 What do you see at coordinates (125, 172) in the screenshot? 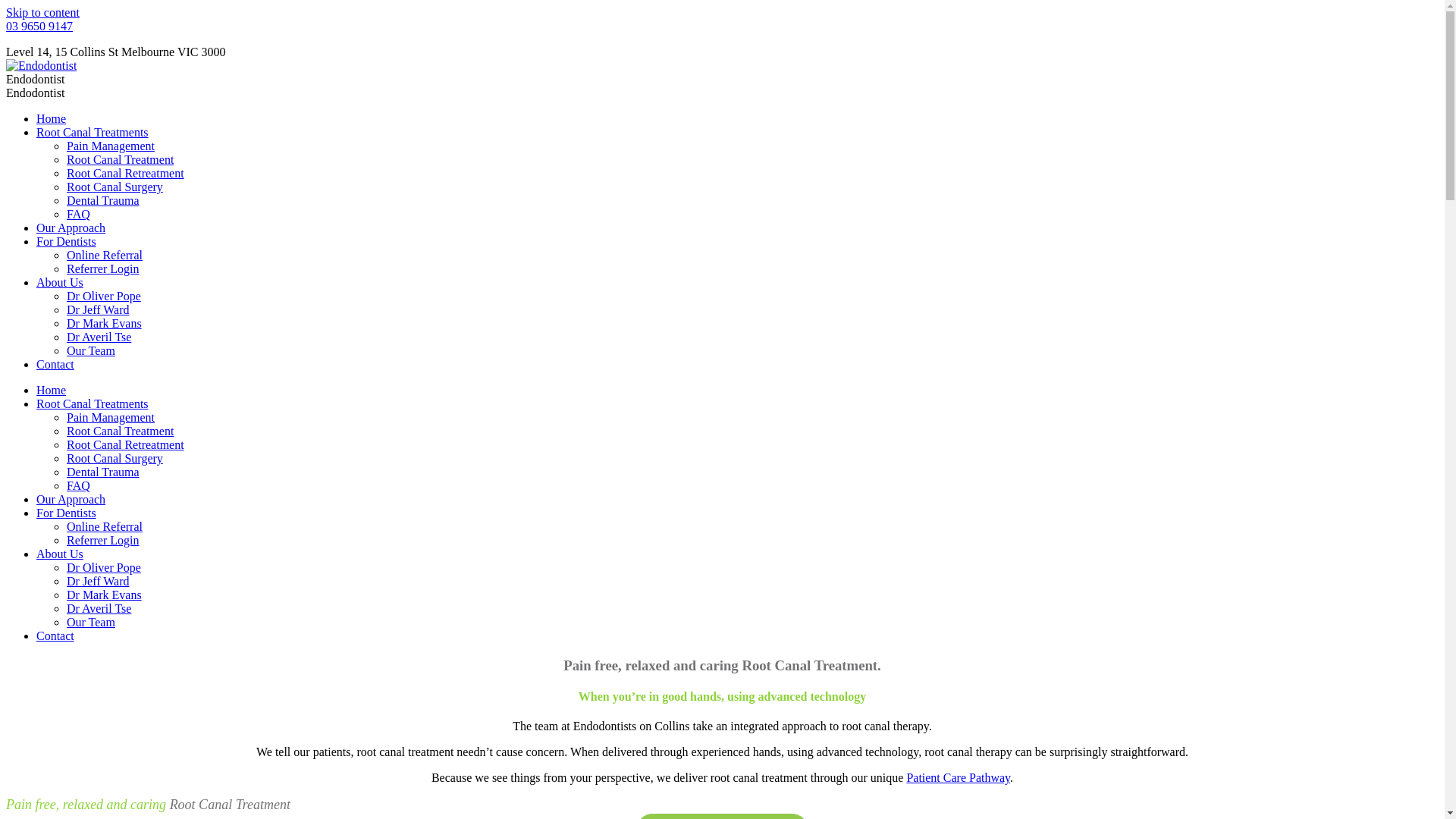
I see `'Root Canal Retreatment'` at bounding box center [125, 172].